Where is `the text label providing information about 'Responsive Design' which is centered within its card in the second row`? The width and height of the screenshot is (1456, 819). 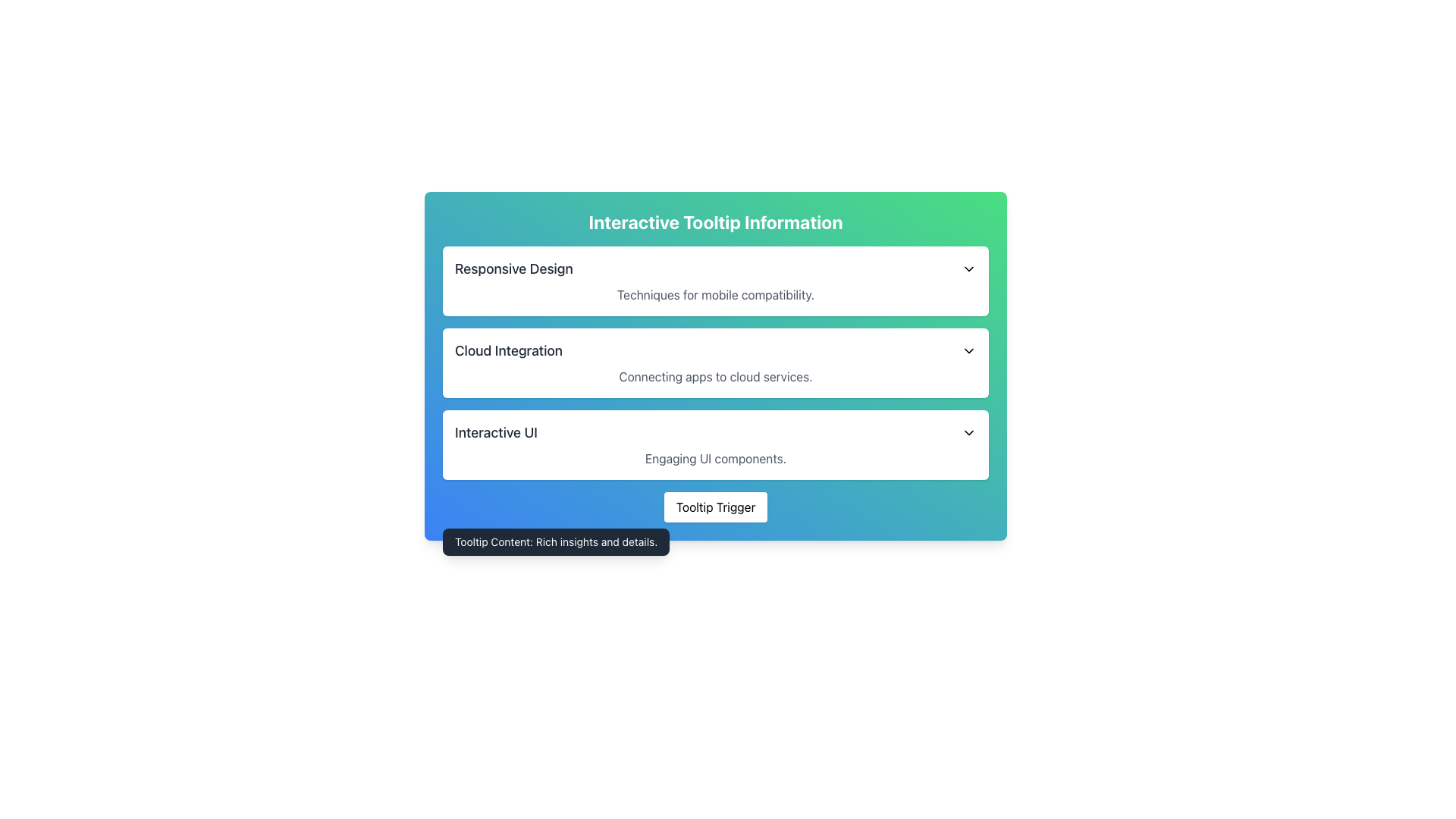
the text label providing information about 'Responsive Design' which is centered within its card in the second row is located at coordinates (715, 295).